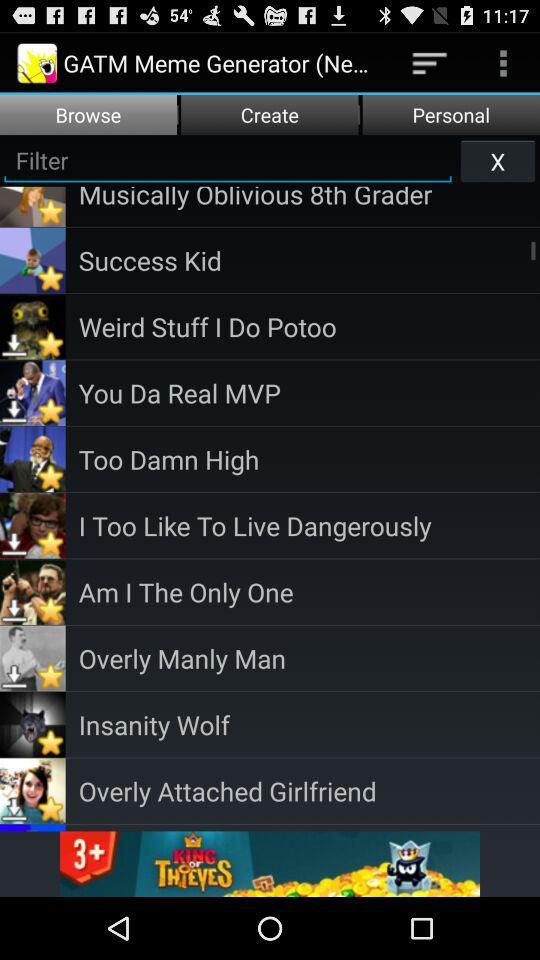 This screenshot has height=960, width=540. I want to click on see advert, so click(270, 863).